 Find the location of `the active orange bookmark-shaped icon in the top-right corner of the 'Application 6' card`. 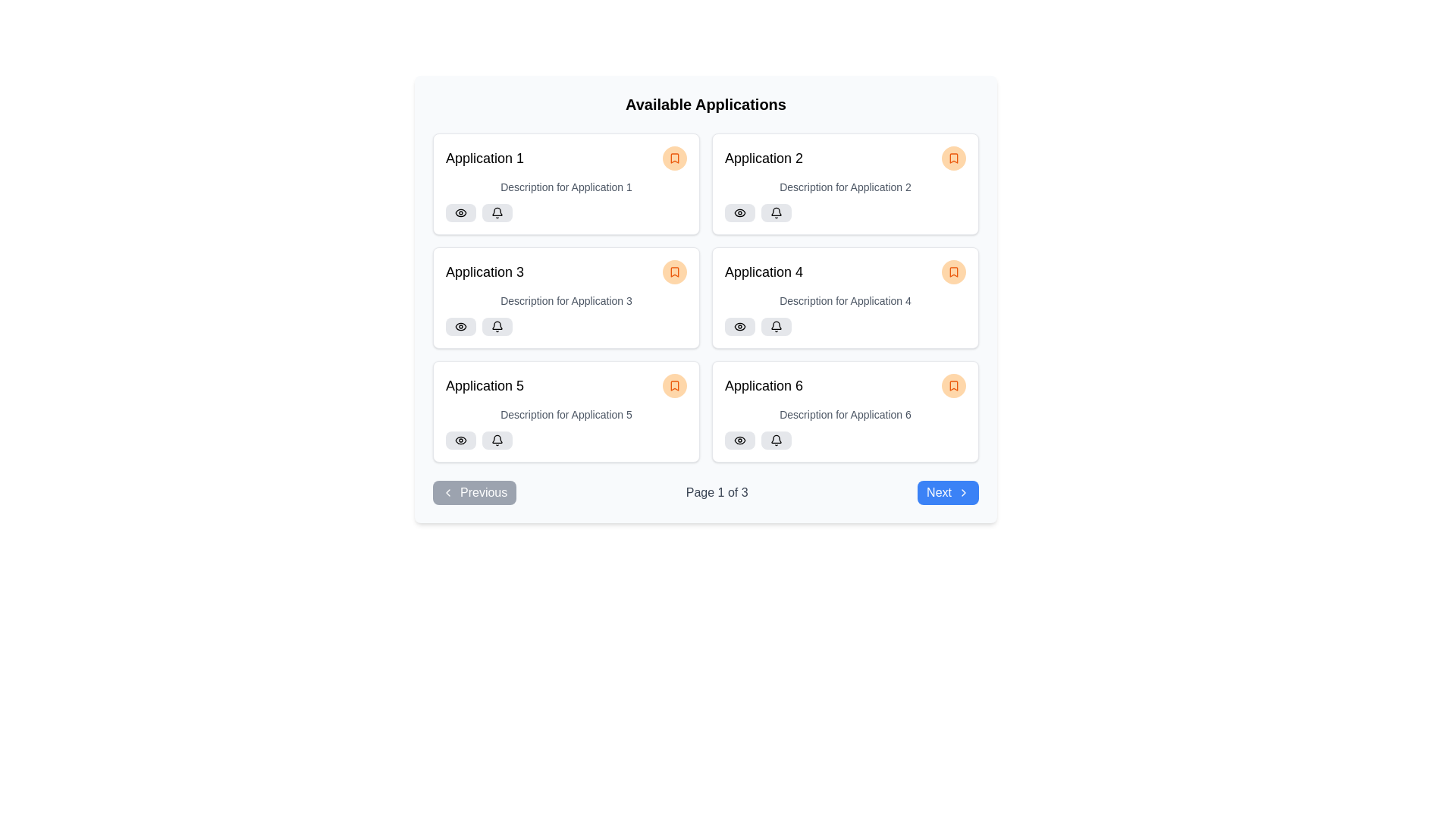

the active orange bookmark-shaped icon in the top-right corner of the 'Application 6' card is located at coordinates (952, 385).